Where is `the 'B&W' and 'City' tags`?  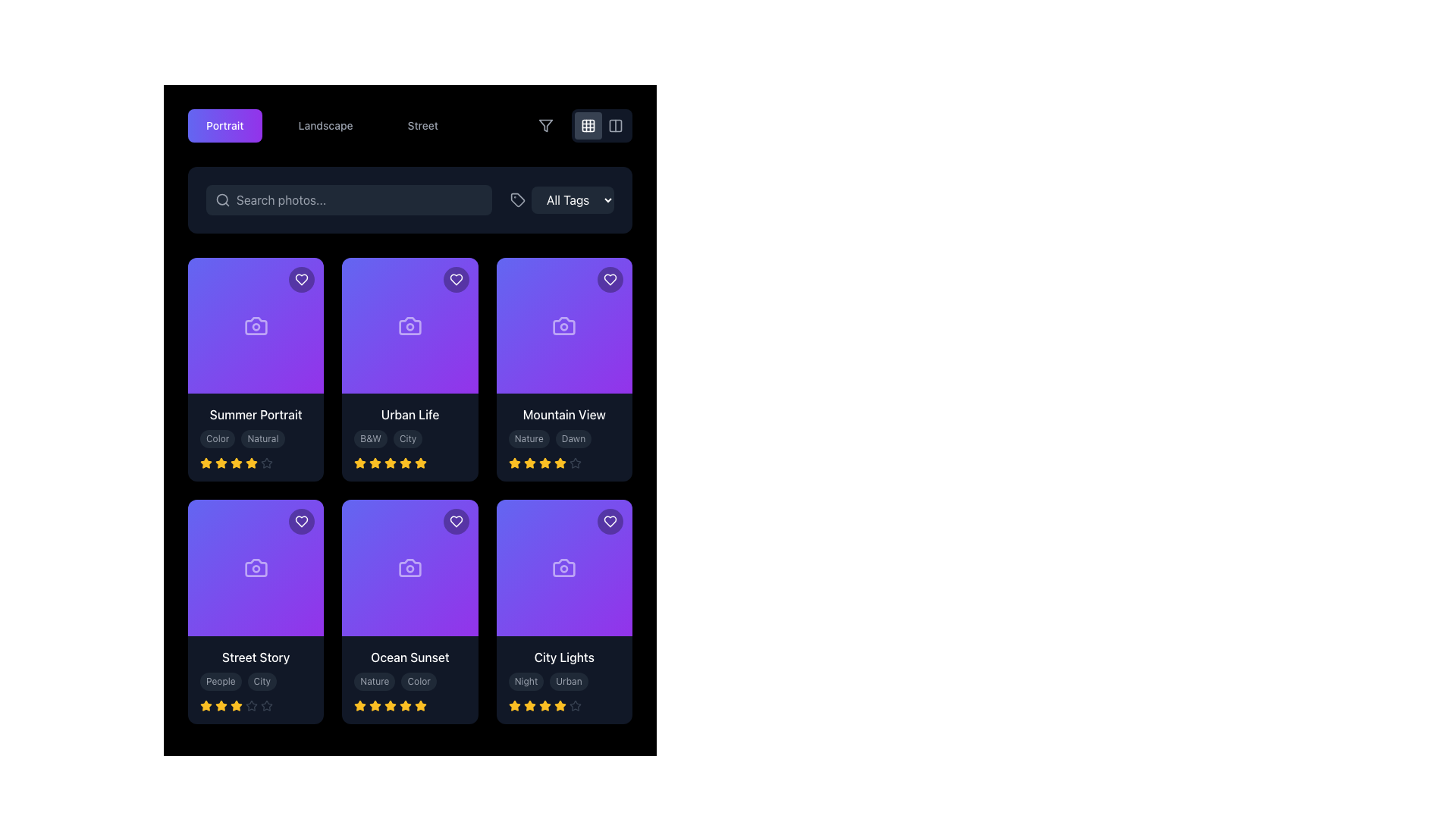 the 'B&W' and 'City' tags is located at coordinates (410, 438).